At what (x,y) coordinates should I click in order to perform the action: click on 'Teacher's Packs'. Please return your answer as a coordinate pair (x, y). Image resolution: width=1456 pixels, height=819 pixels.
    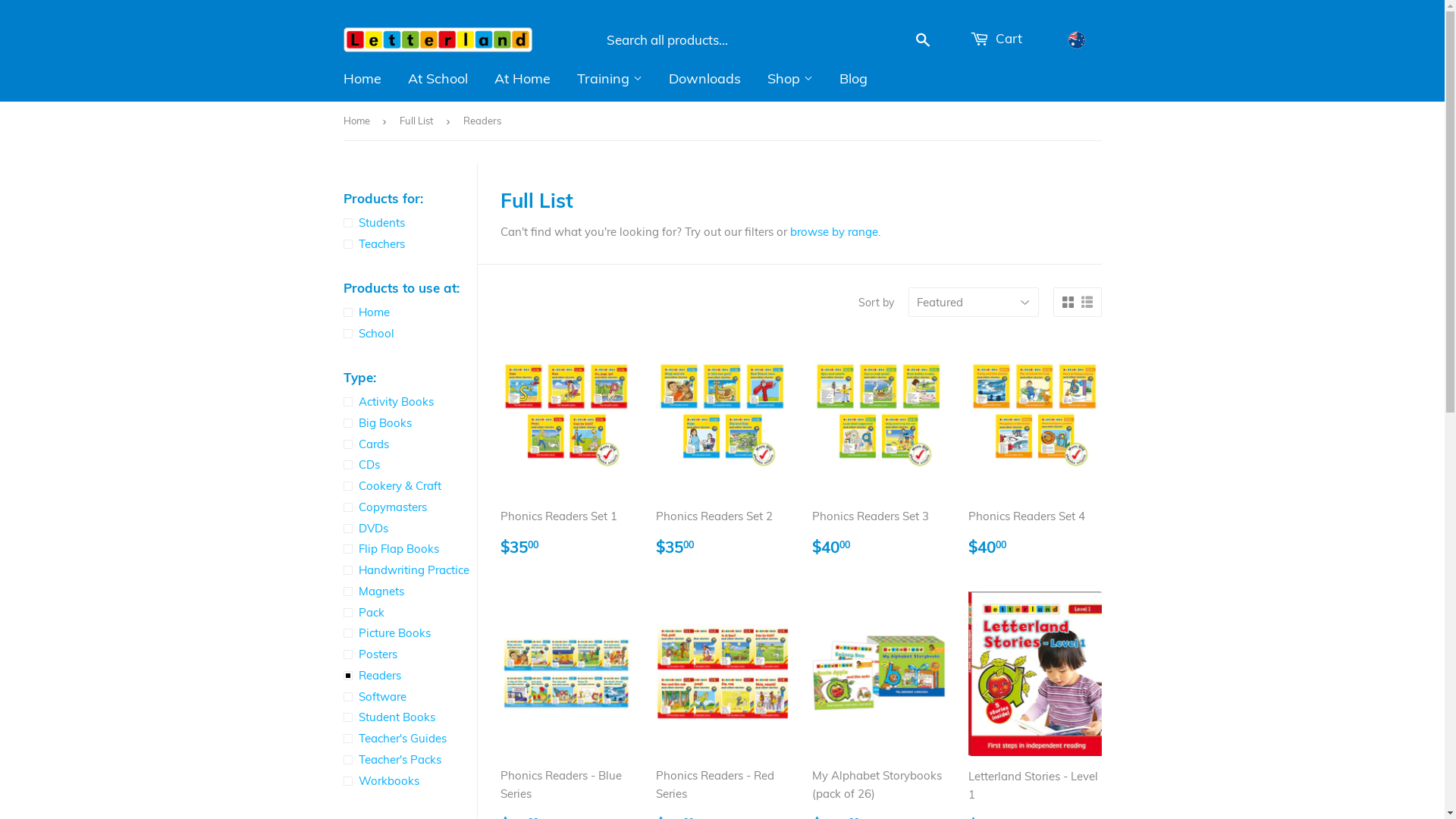
    Looking at the image, I should click on (409, 760).